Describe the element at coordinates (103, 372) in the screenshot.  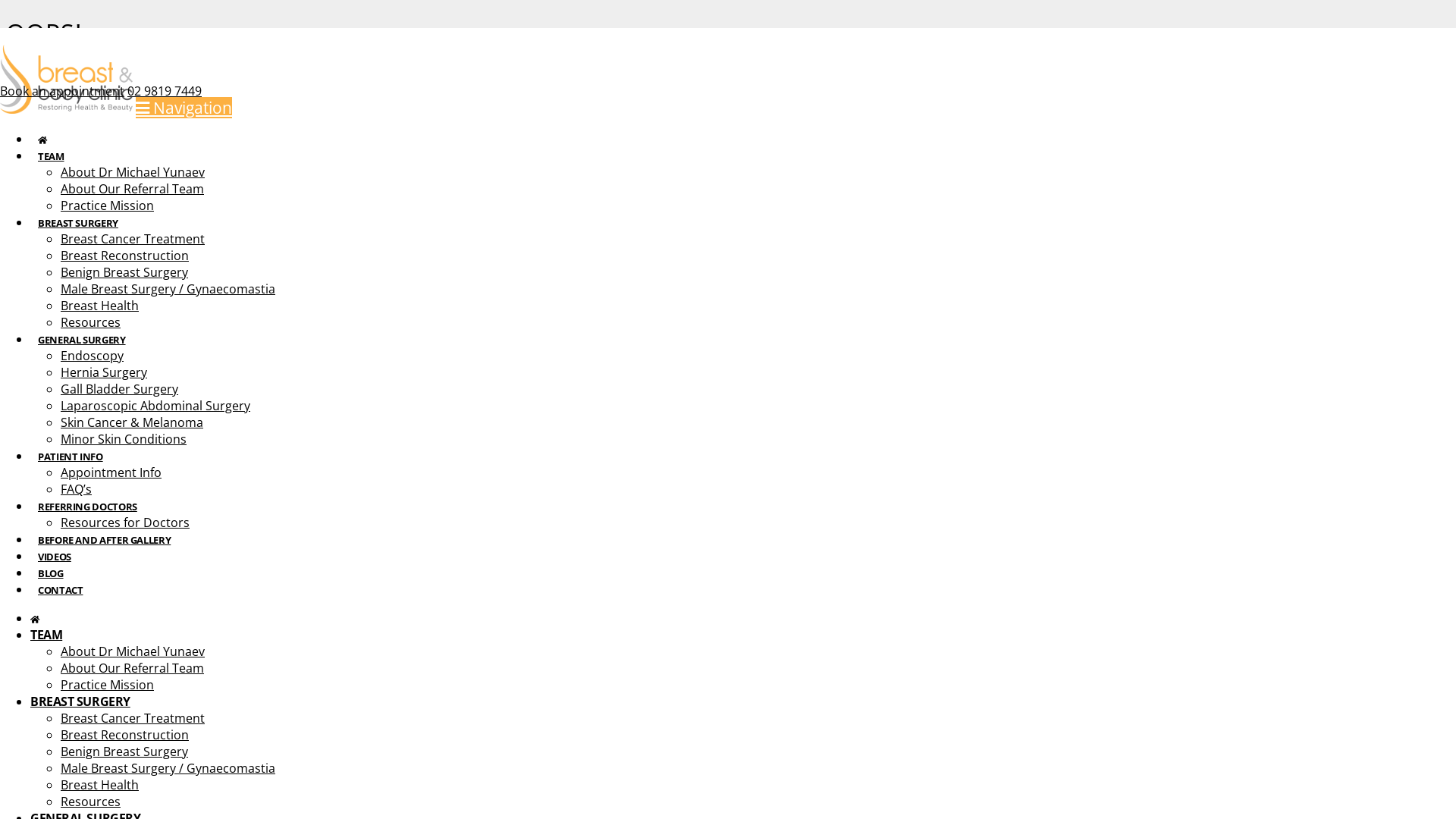
I see `'Hernia Surgery'` at that location.